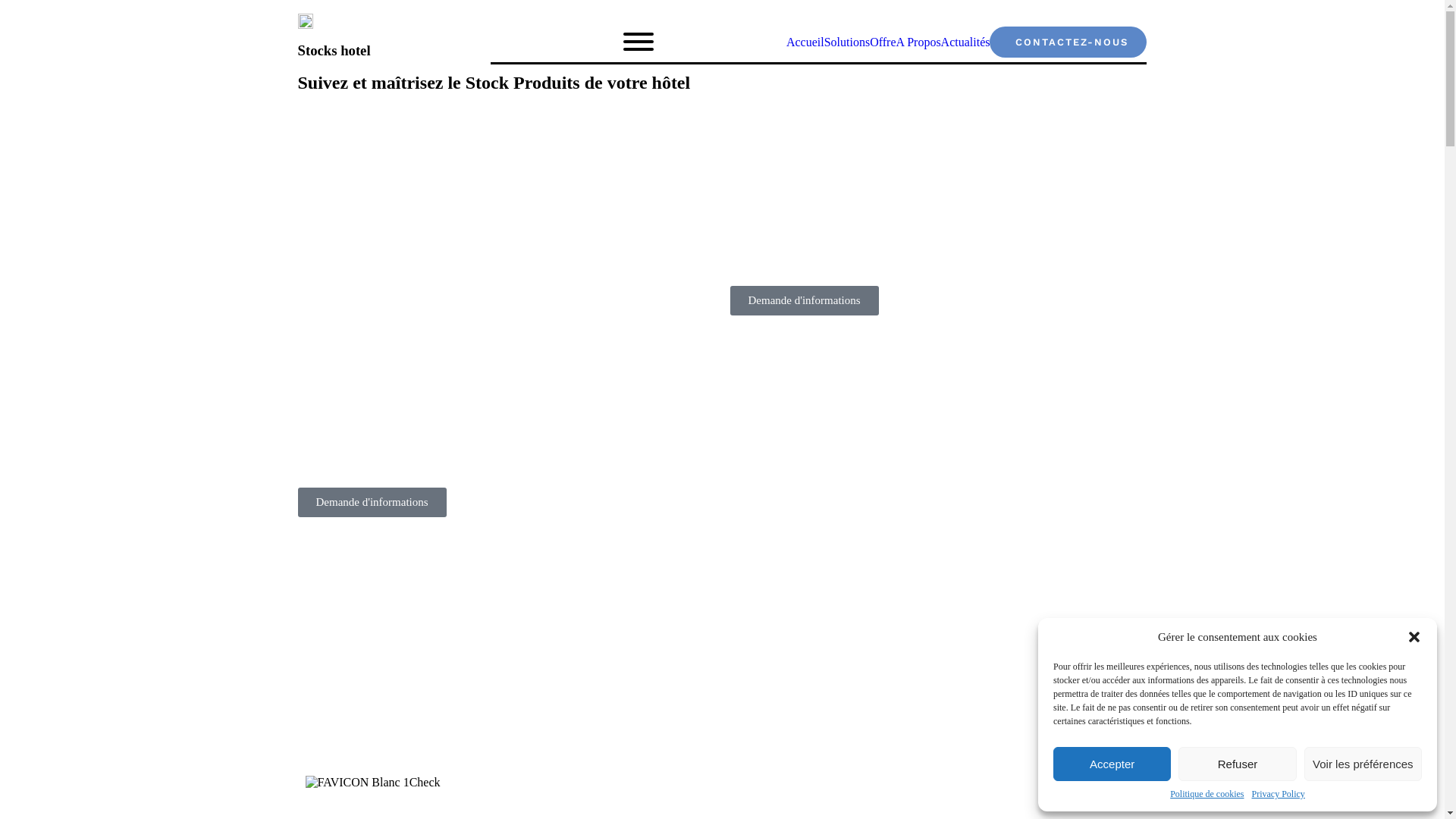 The image size is (1456, 819). What do you see at coordinates (895, 41) in the screenshot?
I see `'A Propos'` at bounding box center [895, 41].